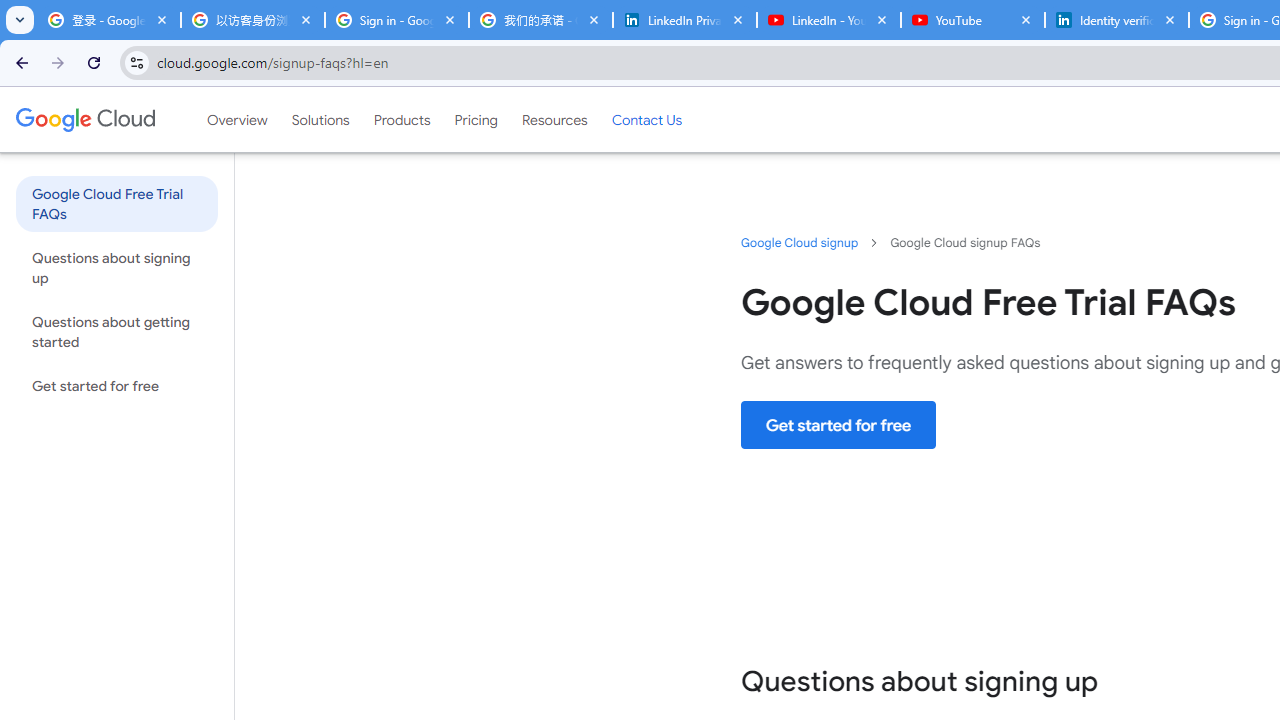 This screenshot has width=1280, height=720. I want to click on 'Solutions', so click(320, 119).